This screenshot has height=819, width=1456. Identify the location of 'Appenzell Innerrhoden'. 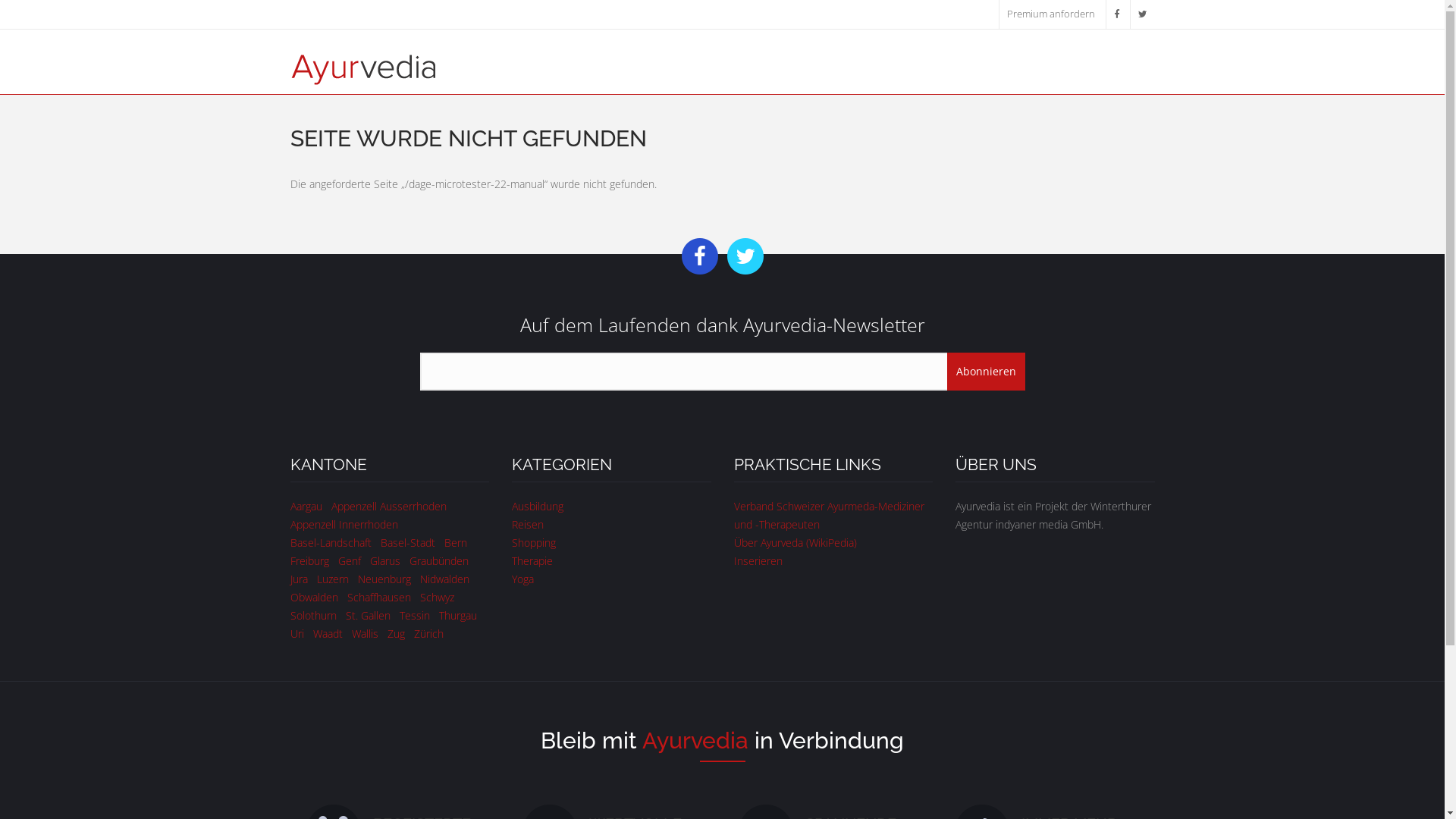
(342, 523).